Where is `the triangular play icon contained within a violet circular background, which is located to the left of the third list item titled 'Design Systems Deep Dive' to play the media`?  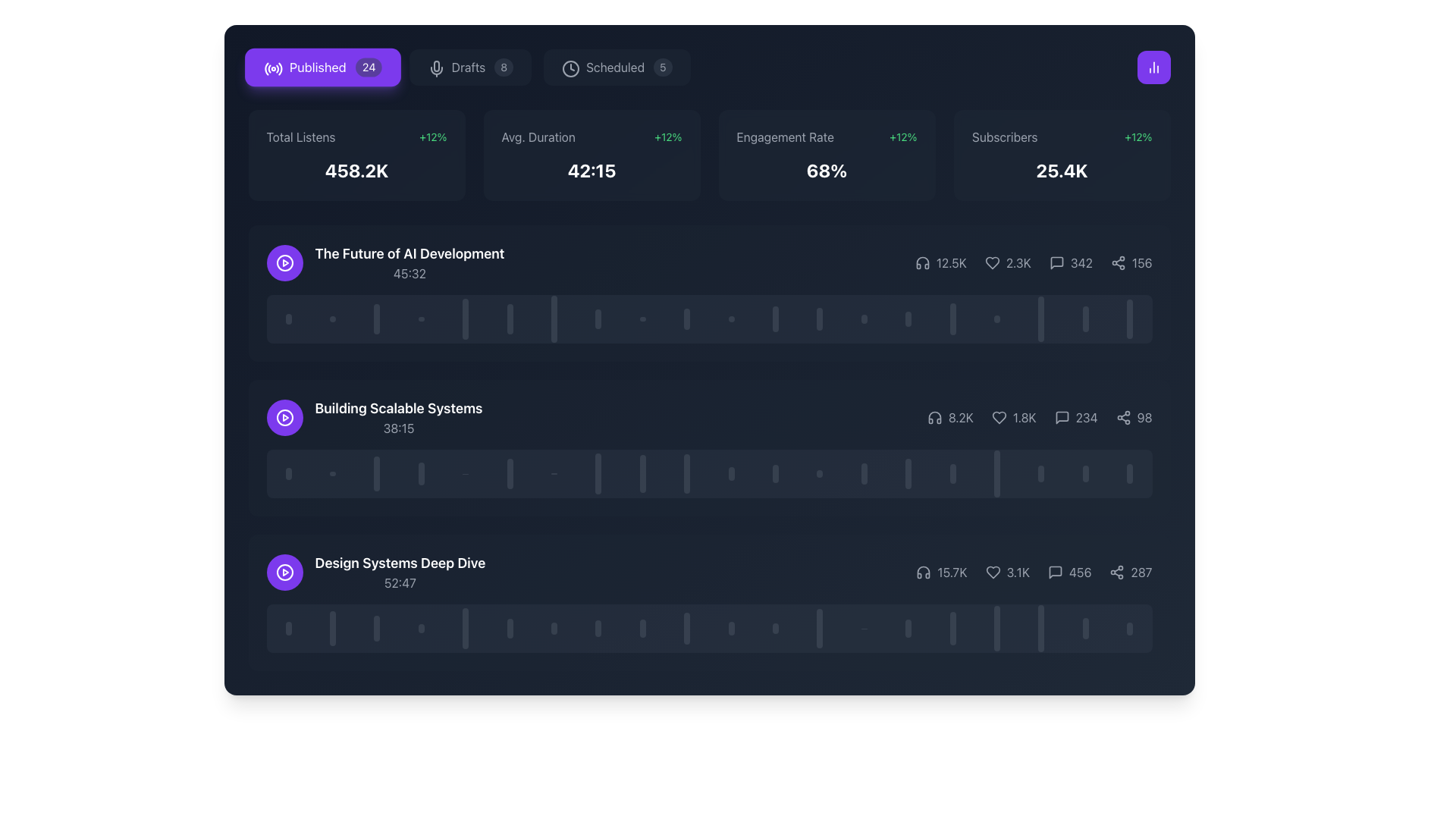 the triangular play icon contained within a violet circular background, which is located to the left of the third list item titled 'Design Systems Deep Dive' to play the media is located at coordinates (284, 573).